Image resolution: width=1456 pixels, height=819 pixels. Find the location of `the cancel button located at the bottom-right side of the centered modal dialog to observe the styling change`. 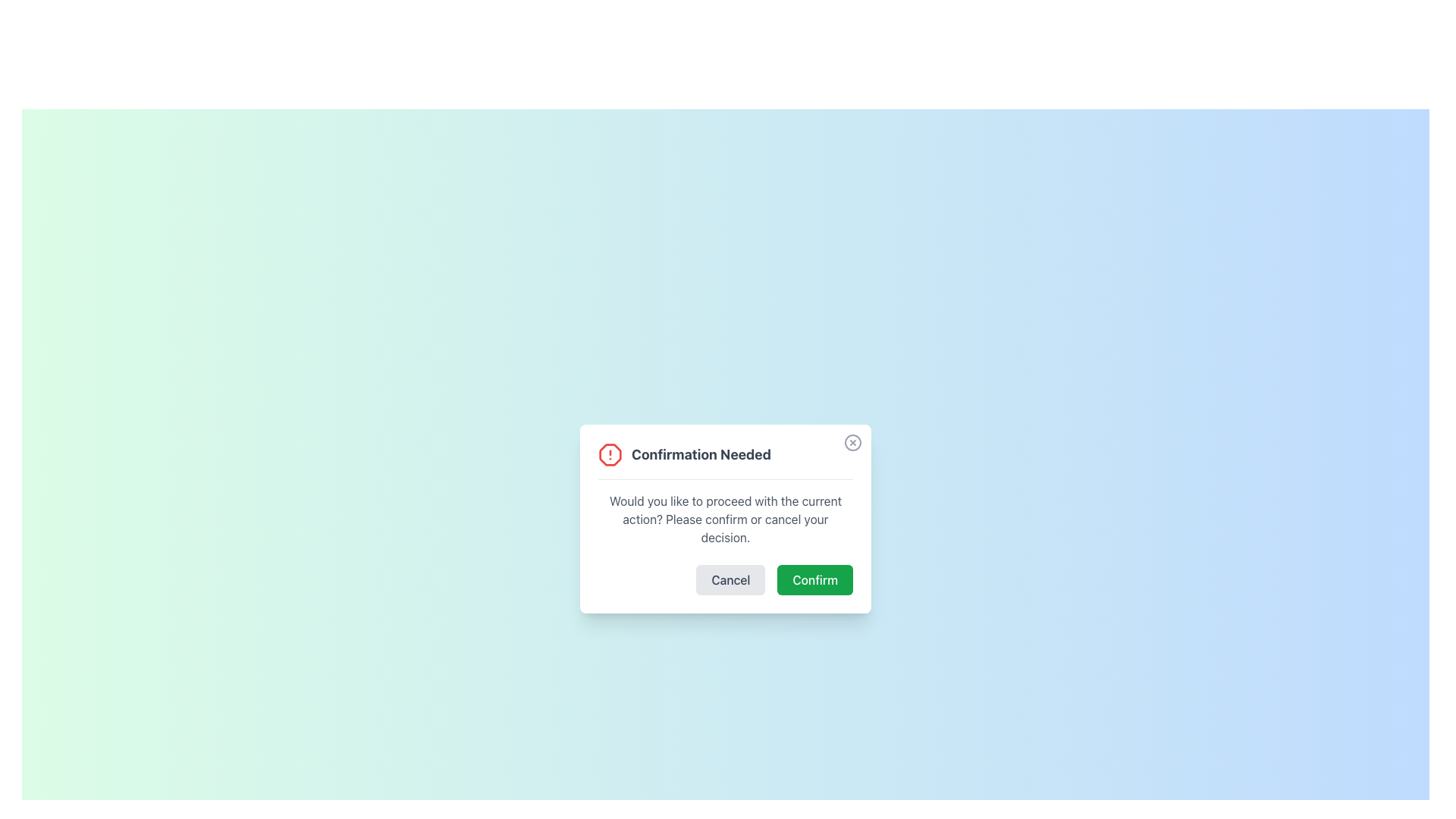

the cancel button located at the bottom-right side of the centered modal dialog to observe the styling change is located at coordinates (731, 579).